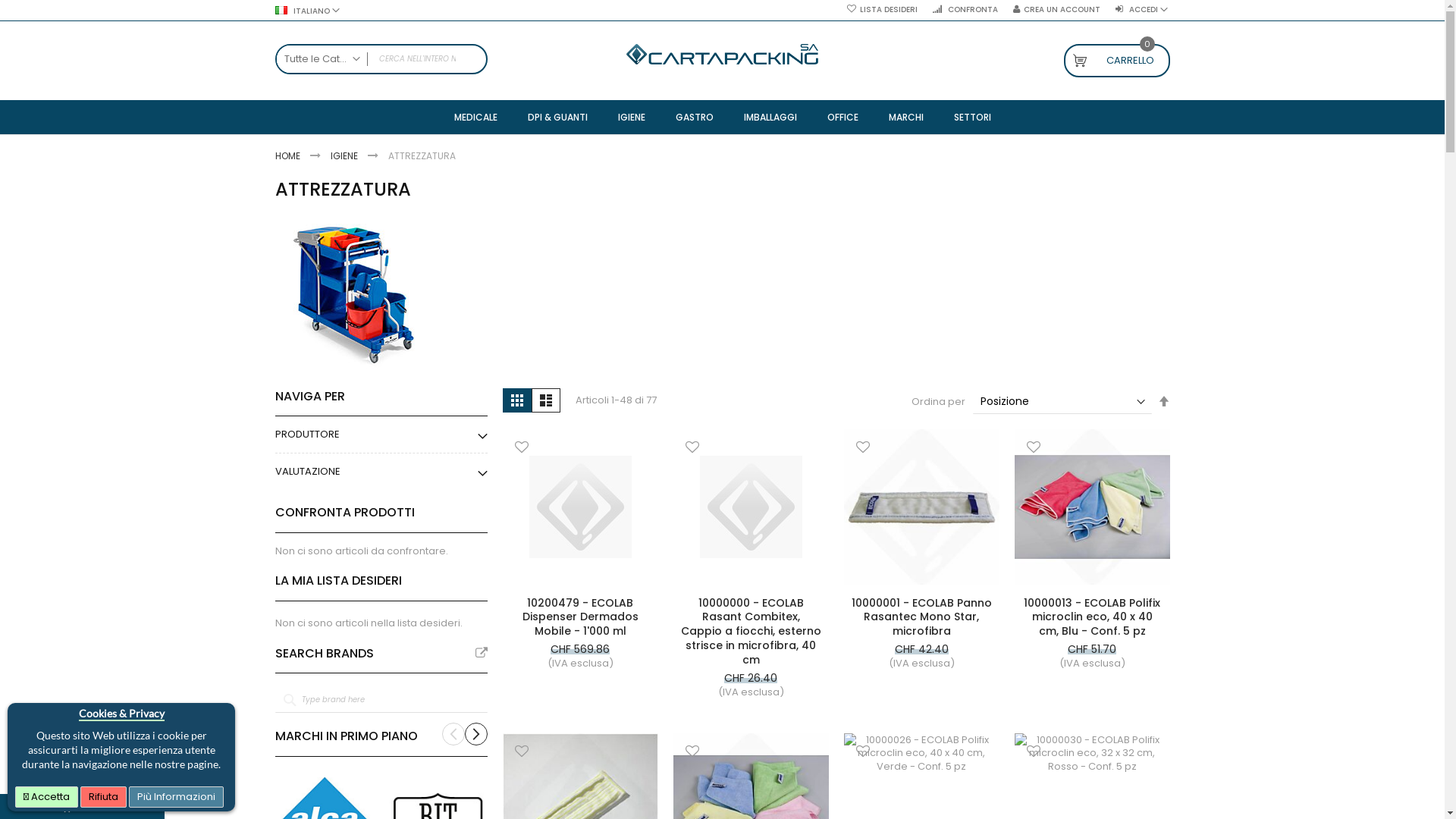 The width and height of the screenshot is (1456, 819). What do you see at coordinates (881, 9) in the screenshot?
I see `'LISTA DESIDERI'` at bounding box center [881, 9].